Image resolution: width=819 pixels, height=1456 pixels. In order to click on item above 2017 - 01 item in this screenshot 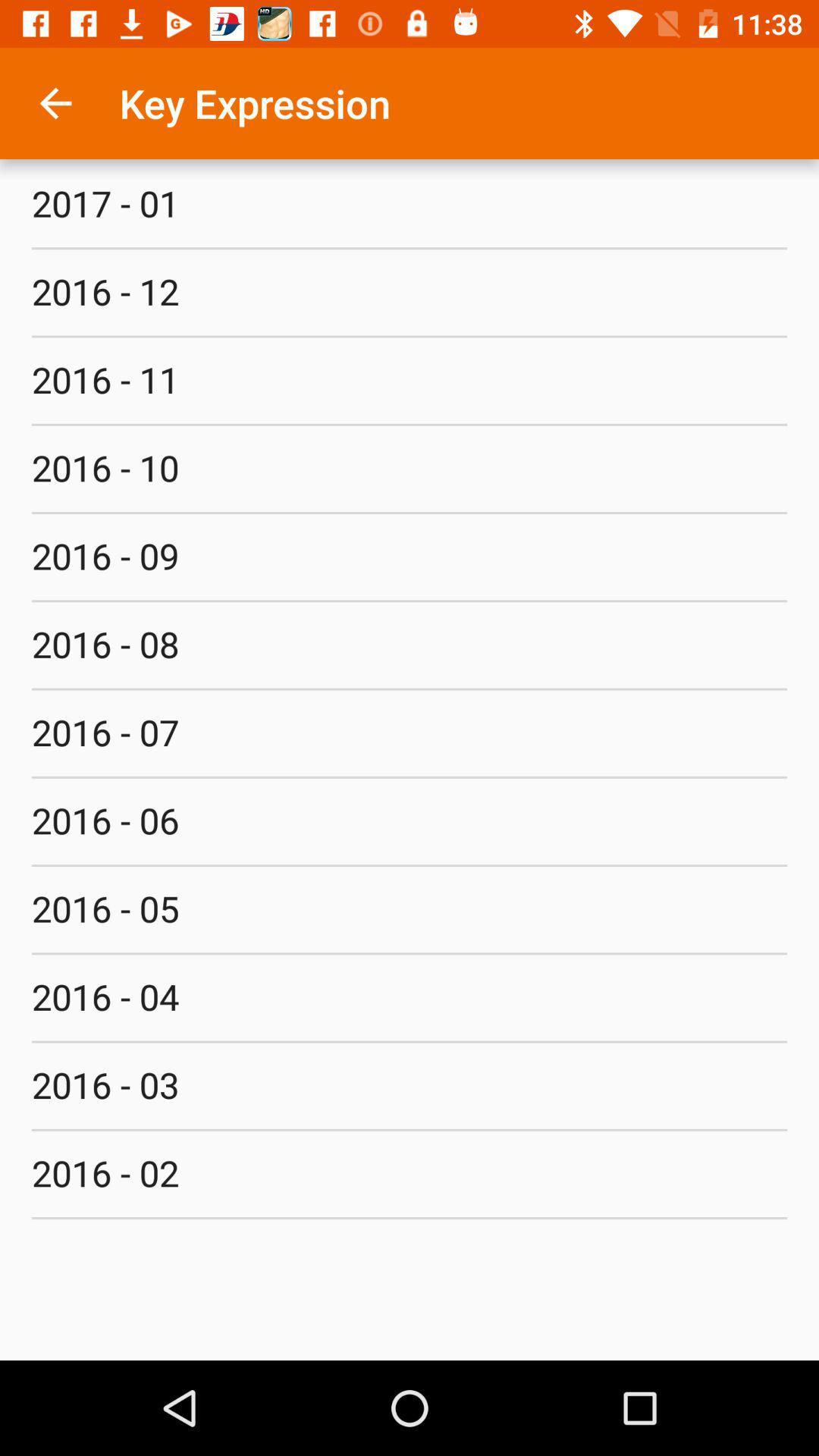, I will do `click(55, 102)`.